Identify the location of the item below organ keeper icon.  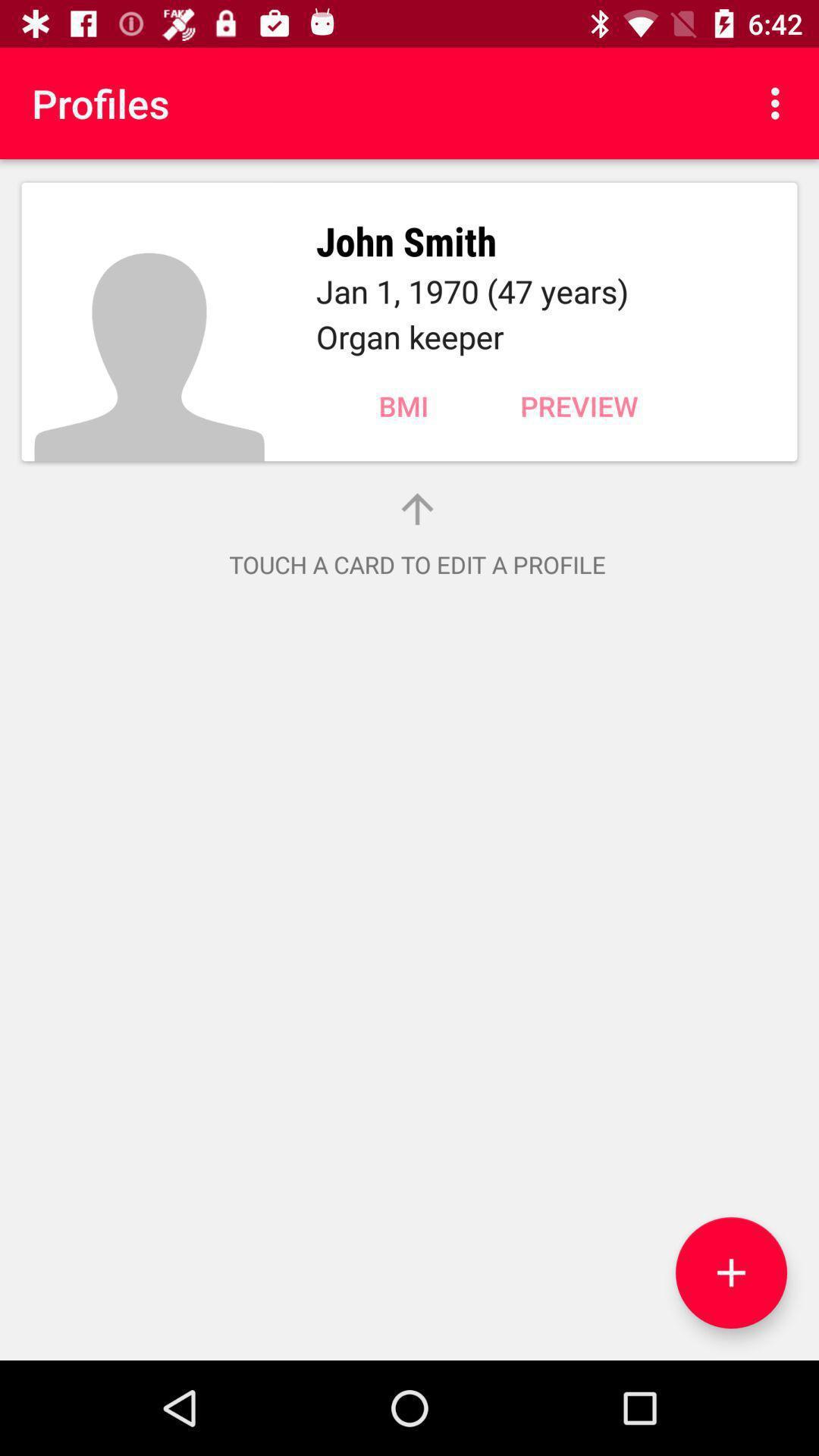
(579, 406).